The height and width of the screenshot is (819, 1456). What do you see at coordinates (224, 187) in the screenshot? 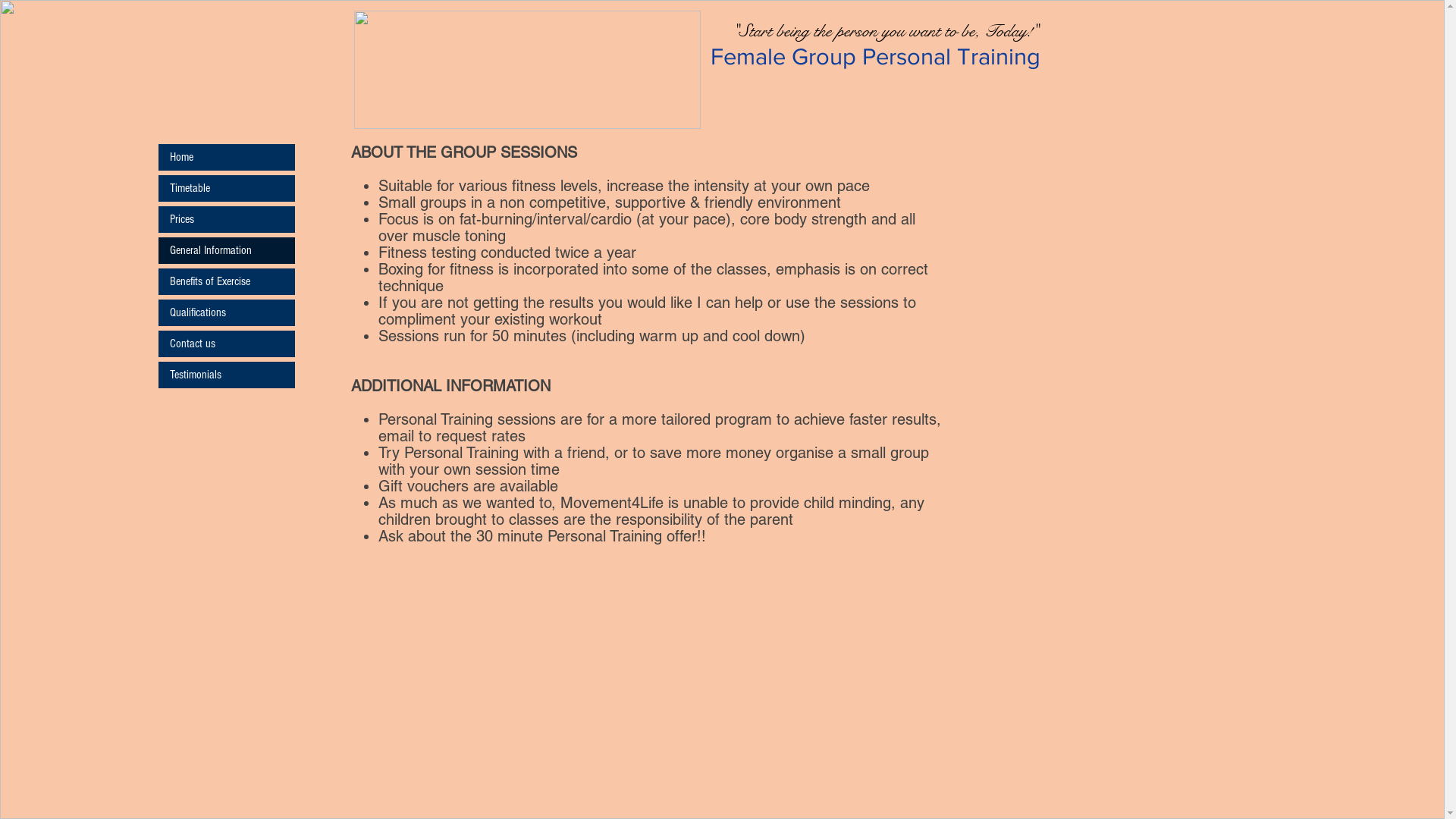
I see `'Timetable'` at bounding box center [224, 187].